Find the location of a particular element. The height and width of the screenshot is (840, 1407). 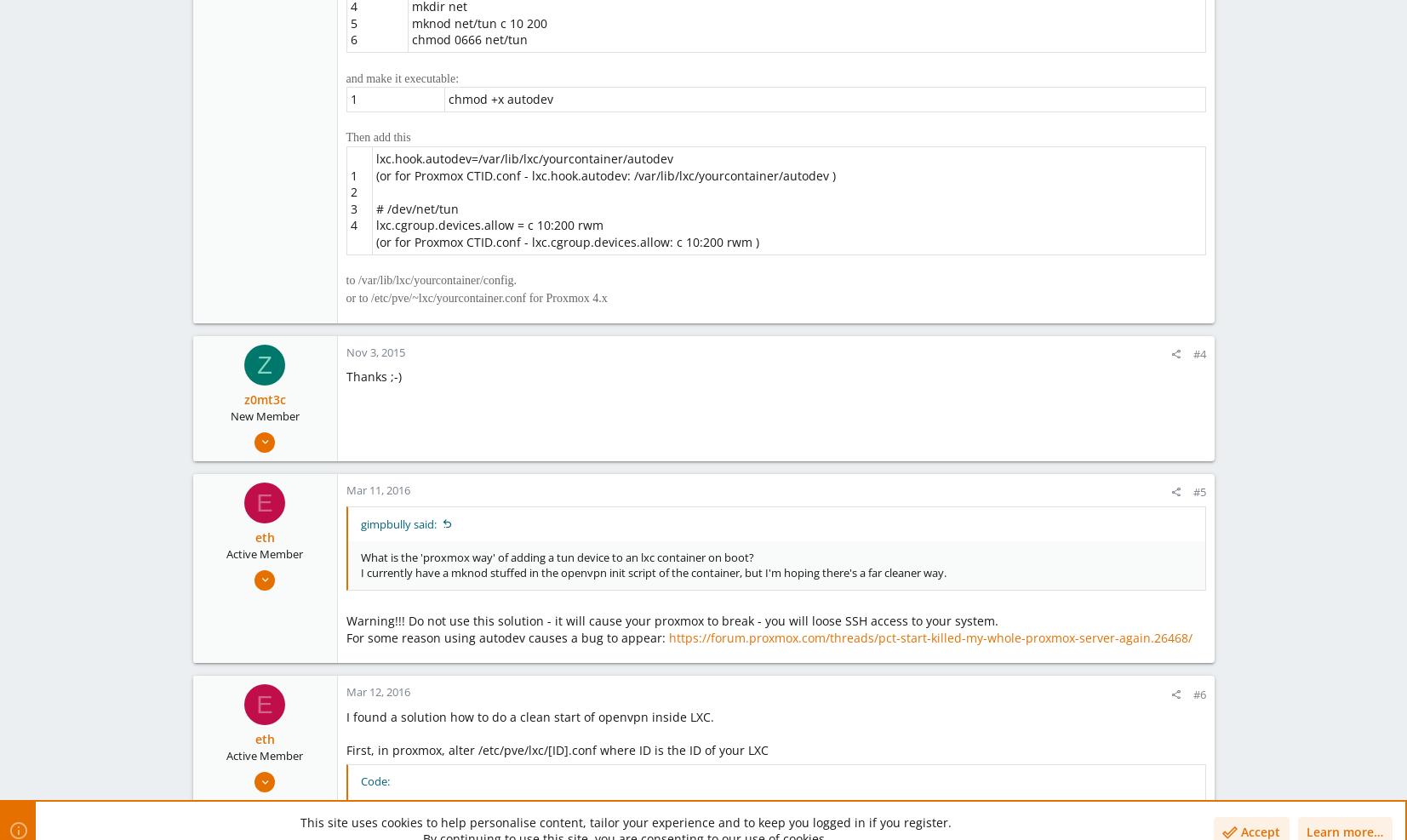

'chmod +x autodev' is located at coordinates (499, 99).